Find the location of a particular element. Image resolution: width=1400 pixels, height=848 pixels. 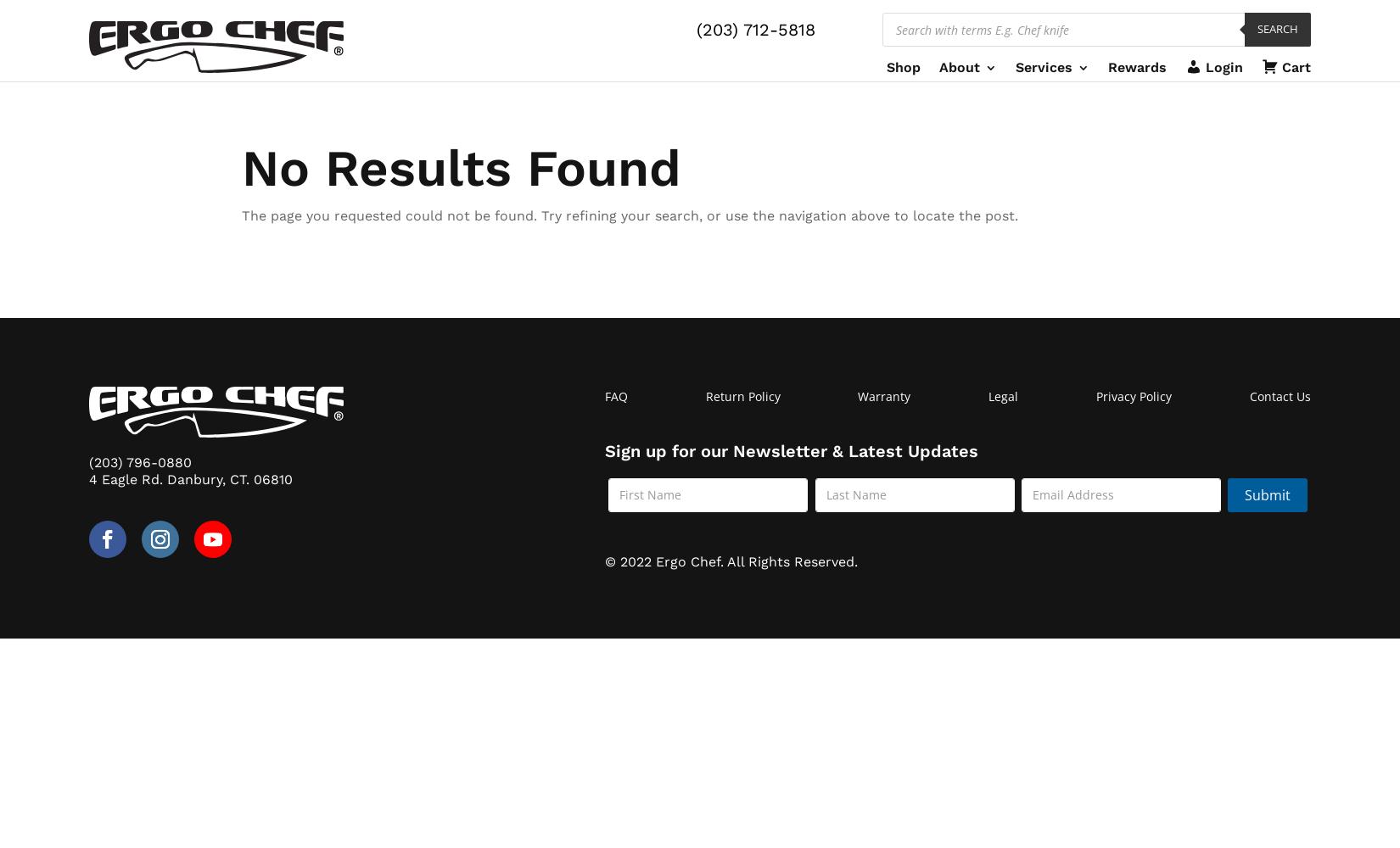

'Resources' is located at coordinates (999, 150).